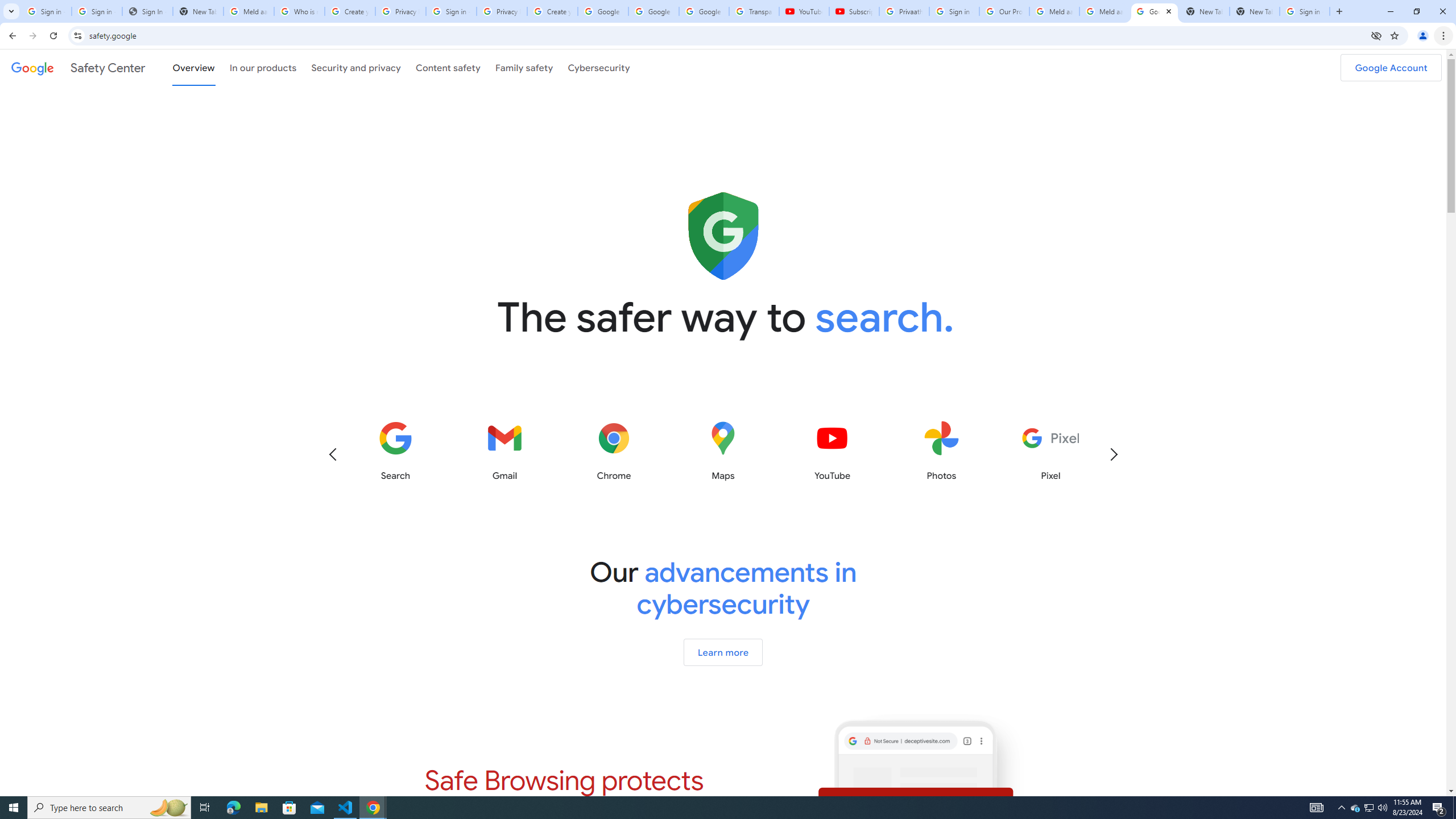 The width and height of the screenshot is (1456, 819). What do you see at coordinates (524, 67) in the screenshot?
I see `'Family safety'` at bounding box center [524, 67].